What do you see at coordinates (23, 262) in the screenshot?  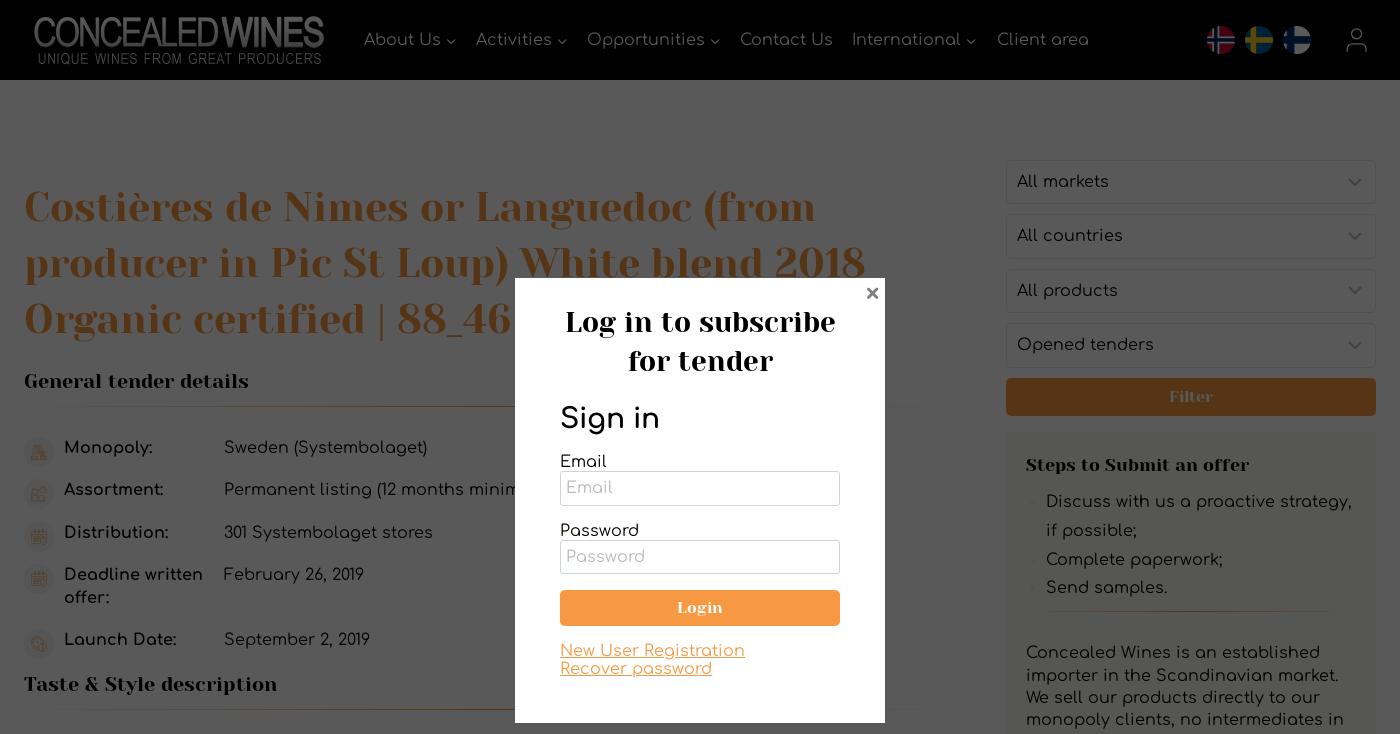 I see `'Costières de Nimes or Languedoc (from producer in Pic St Loup) White blend 2018 Organic certified | 88_46'` at bounding box center [23, 262].